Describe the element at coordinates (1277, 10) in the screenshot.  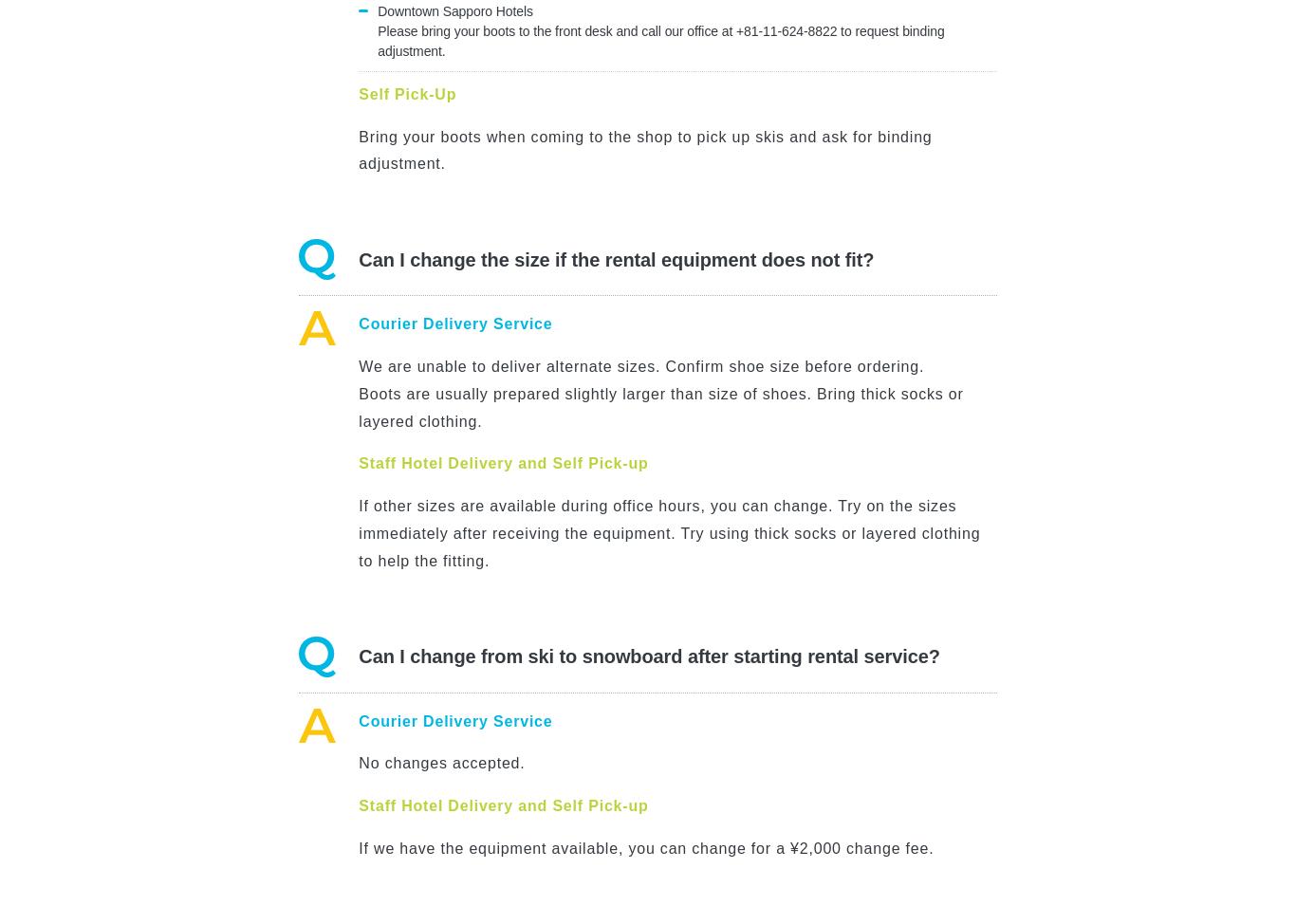
I see `'TOP'` at that location.